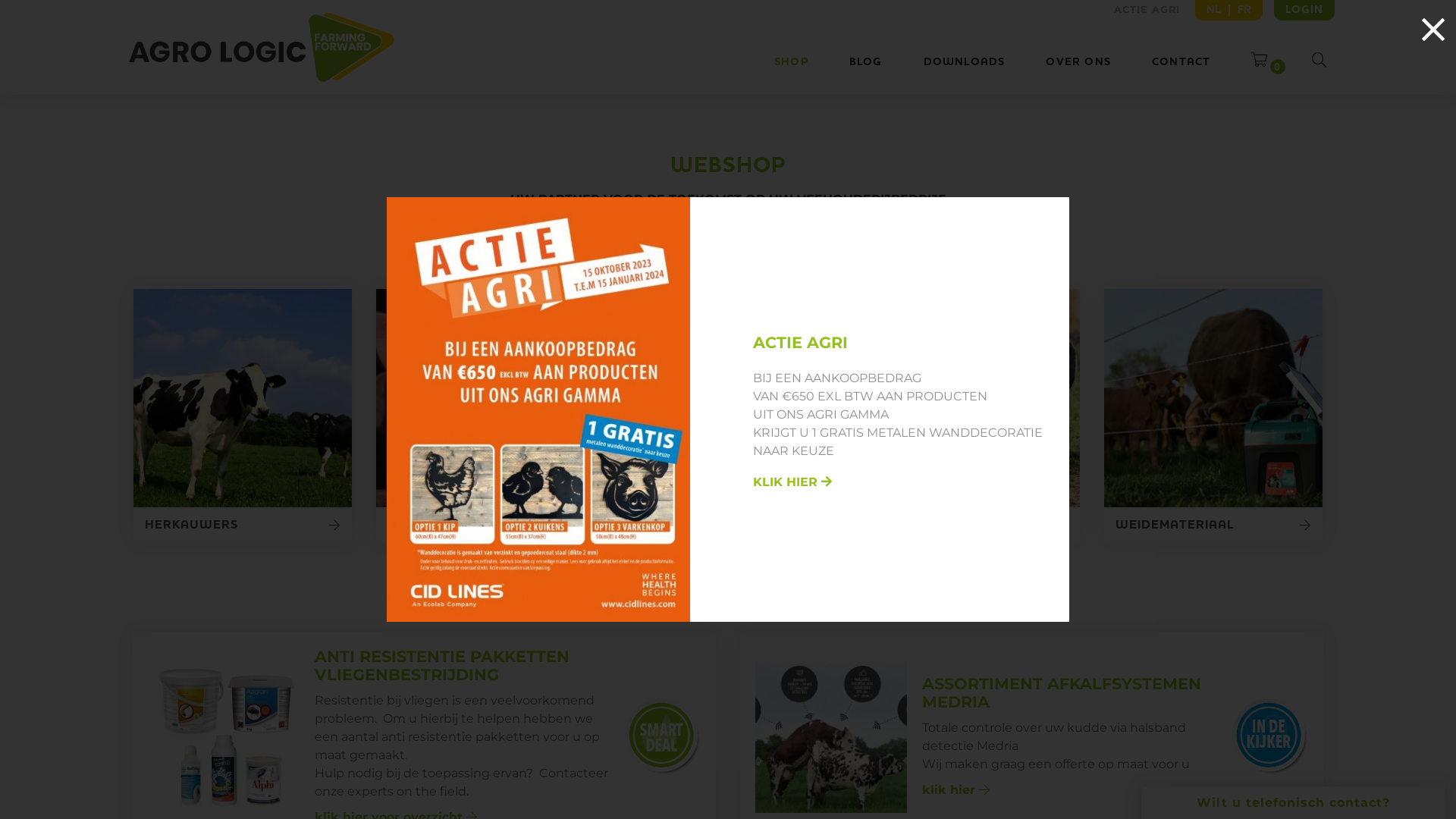 The height and width of the screenshot is (819, 1456). I want to click on 'OVER ONS', so click(1077, 61).